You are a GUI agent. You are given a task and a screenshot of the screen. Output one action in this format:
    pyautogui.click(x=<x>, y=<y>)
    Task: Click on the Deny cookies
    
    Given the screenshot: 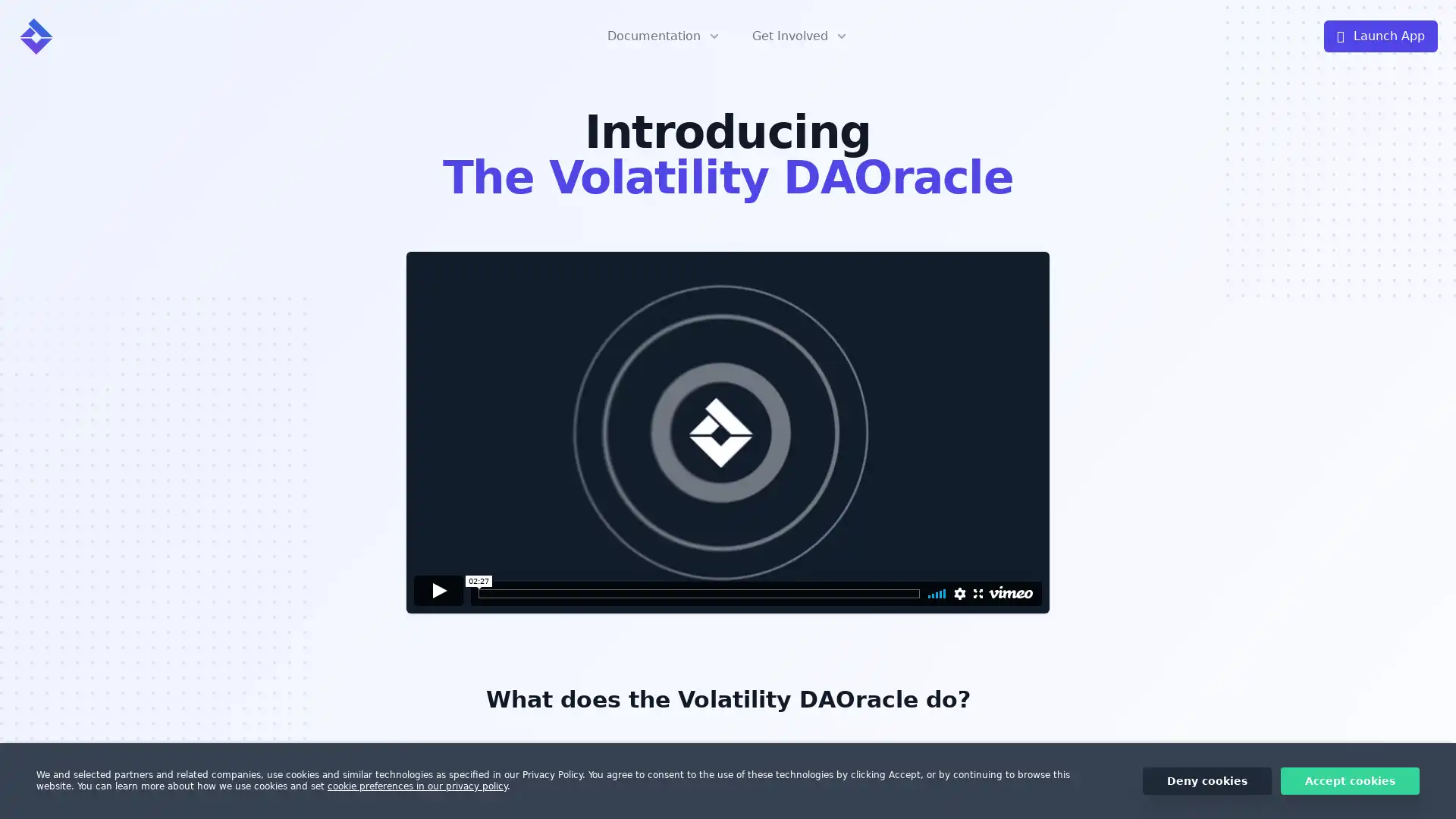 What is the action you would take?
    pyautogui.click(x=1207, y=780)
    